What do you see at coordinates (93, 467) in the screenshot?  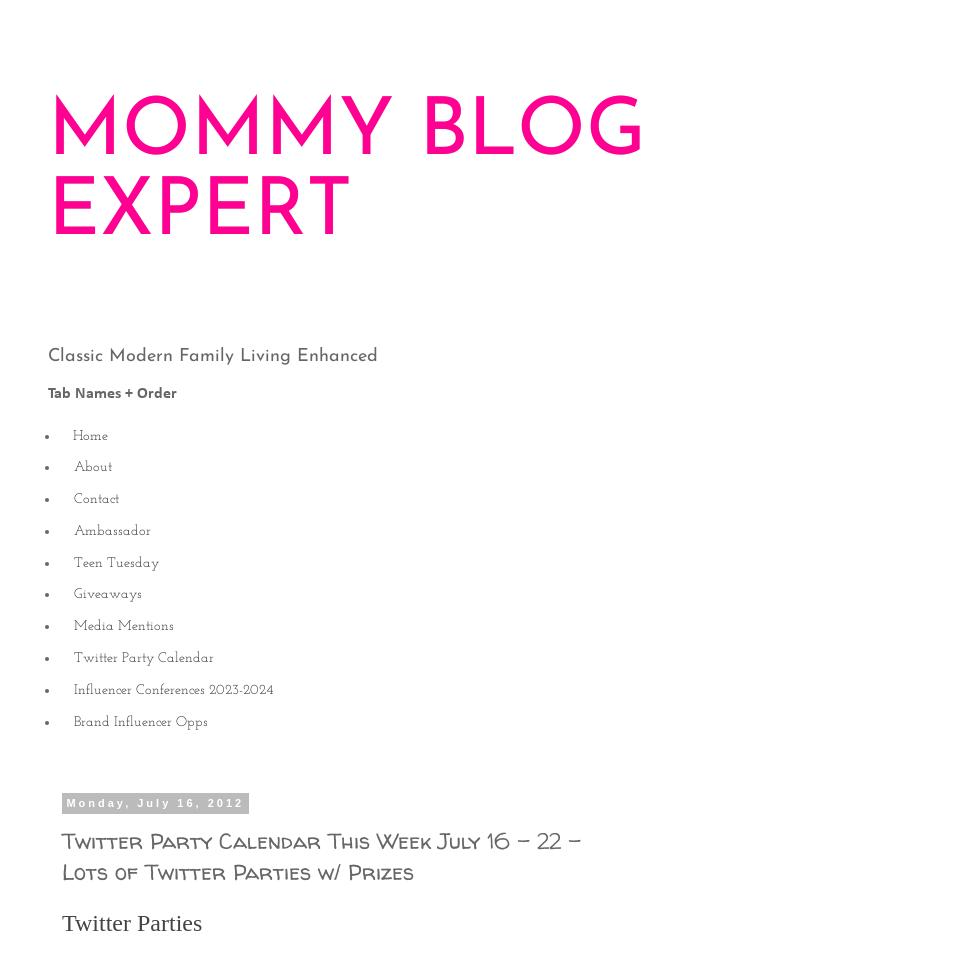 I see `'About'` at bounding box center [93, 467].